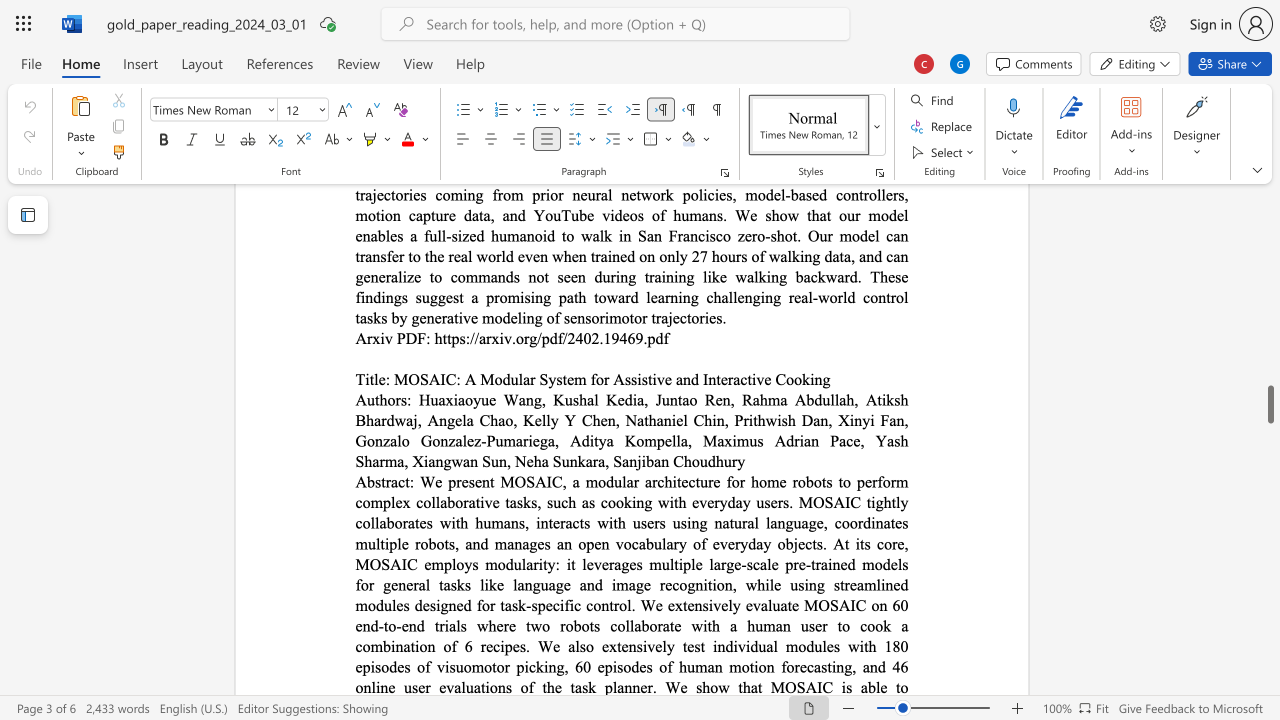  What do you see at coordinates (1269, 220) in the screenshot?
I see `the scrollbar to move the page up` at bounding box center [1269, 220].